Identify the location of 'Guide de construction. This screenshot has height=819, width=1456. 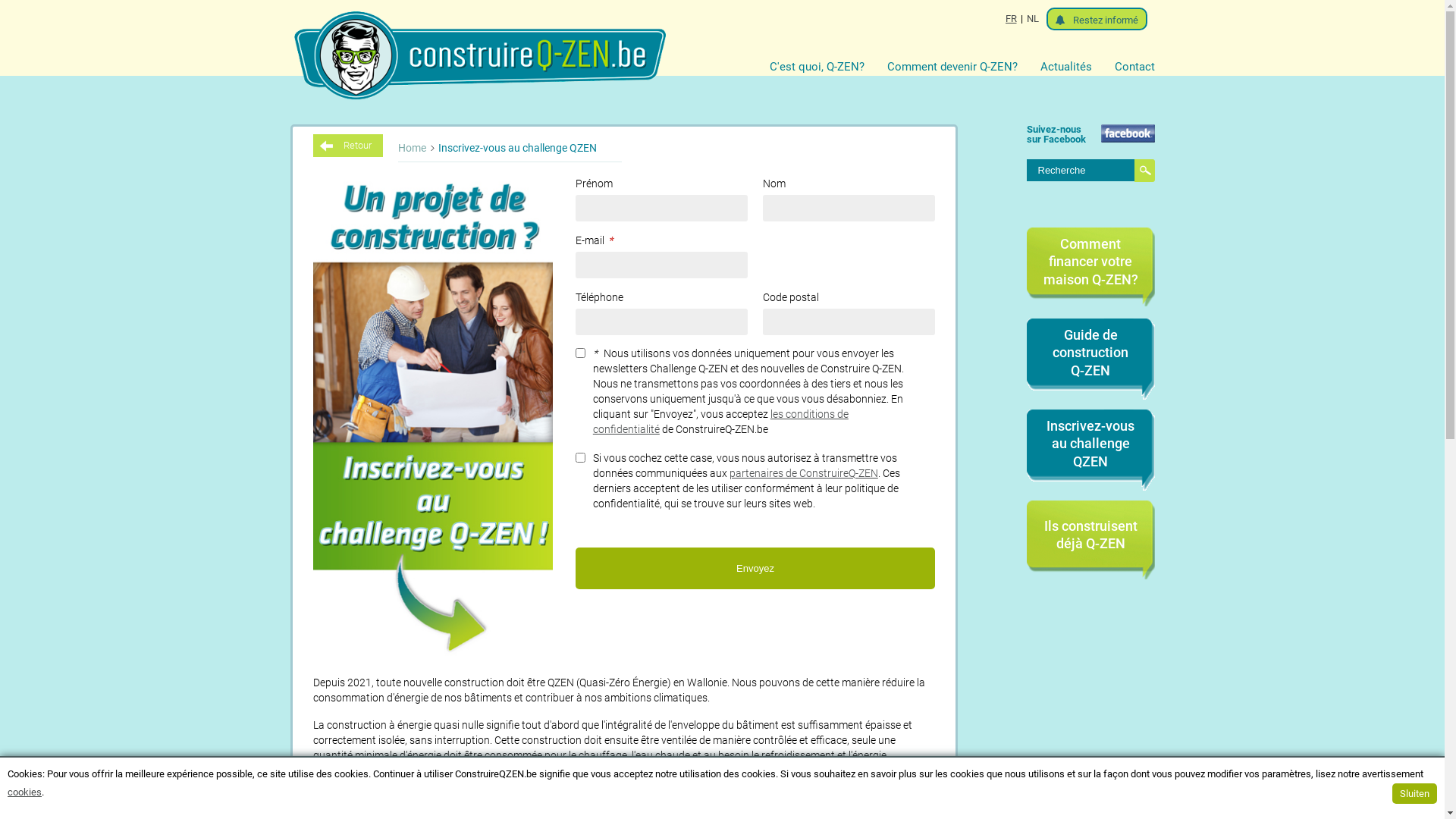
(1090, 353).